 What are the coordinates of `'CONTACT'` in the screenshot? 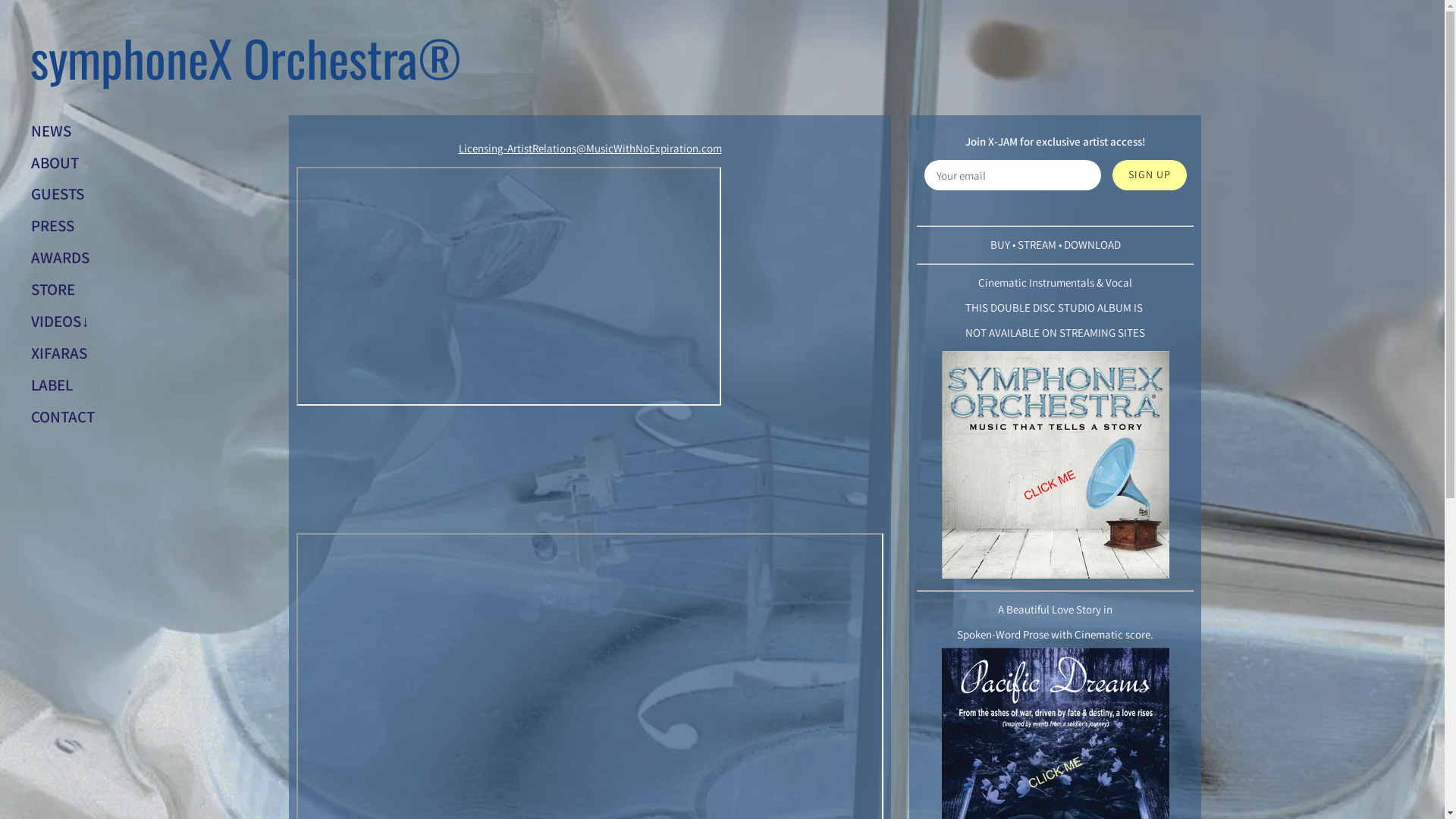 It's located at (61, 416).